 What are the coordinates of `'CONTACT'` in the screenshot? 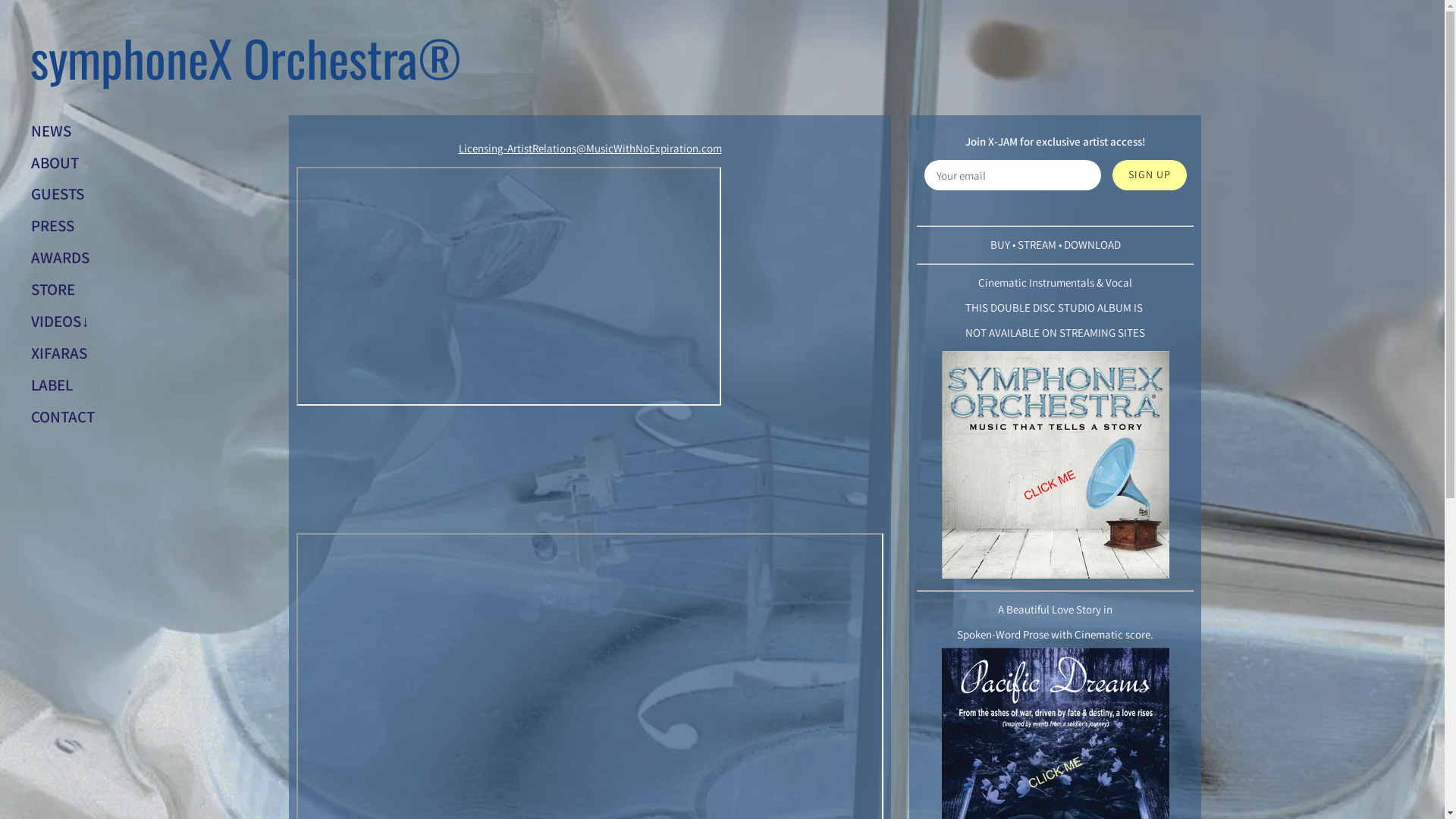 It's located at (61, 416).